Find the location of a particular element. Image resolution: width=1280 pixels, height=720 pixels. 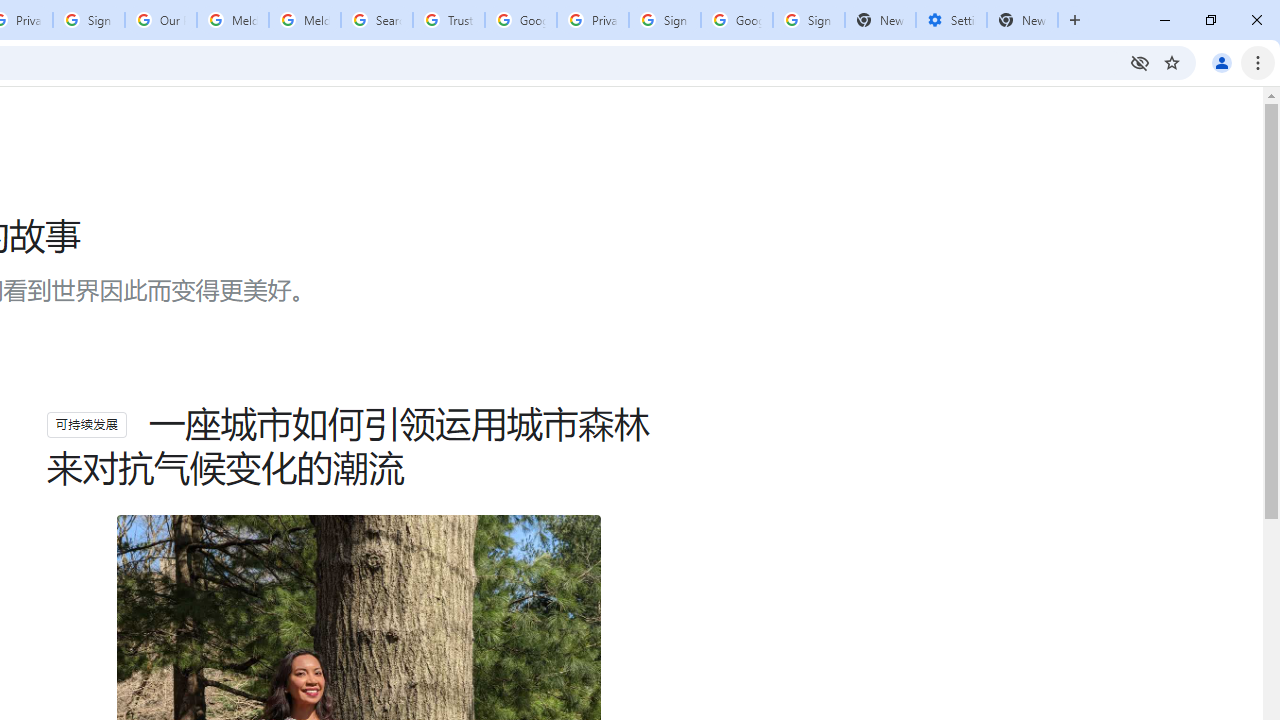

'Sign in - Google Accounts' is located at coordinates (664, 20).